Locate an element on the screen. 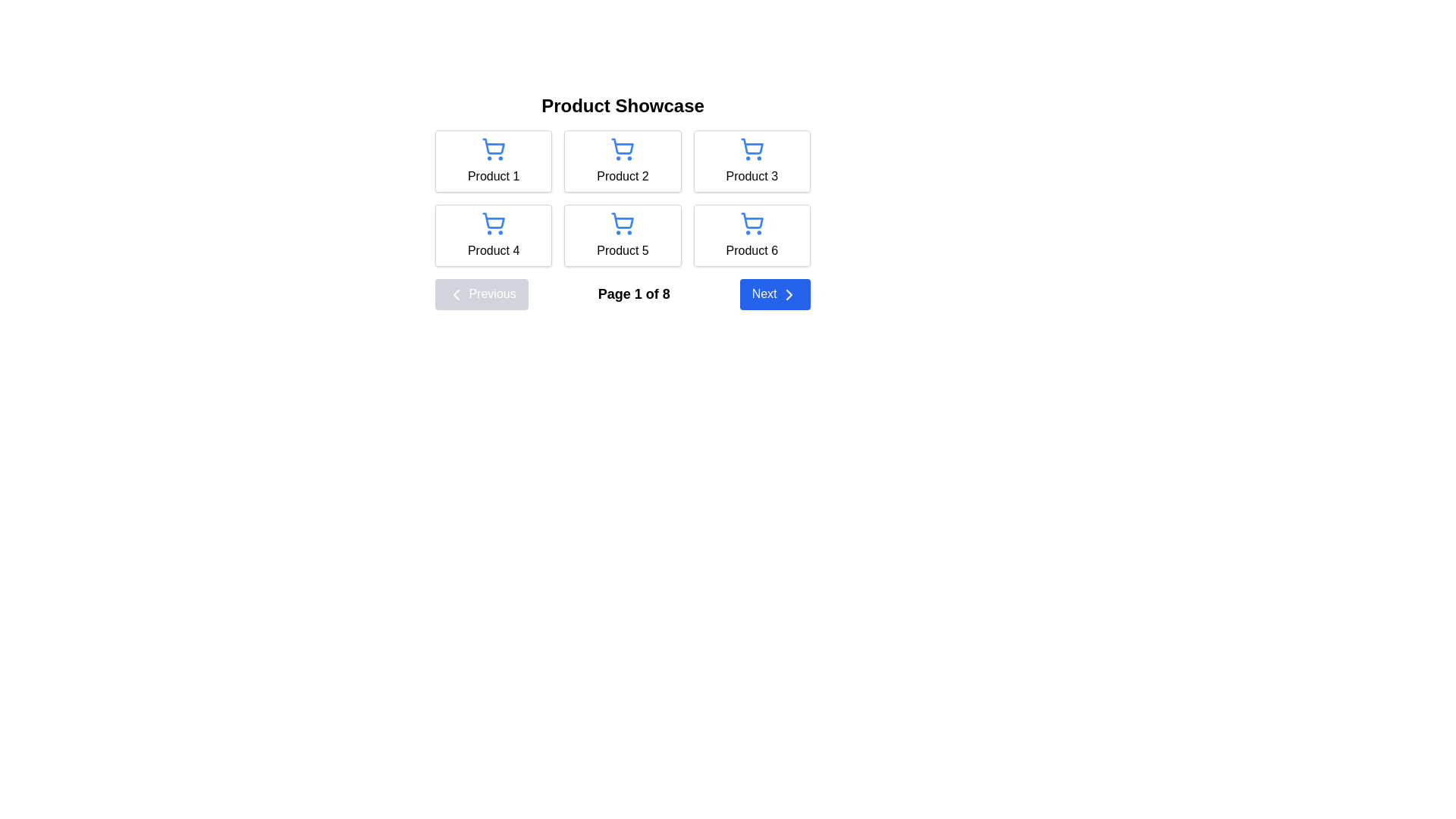 Image resolution: width=1456 pixels, height=819 pixels. the shopping cart icon located in the block labeled 'Product 4', which is the central feature of the second block in the first column is located at coordinates (494, 221).